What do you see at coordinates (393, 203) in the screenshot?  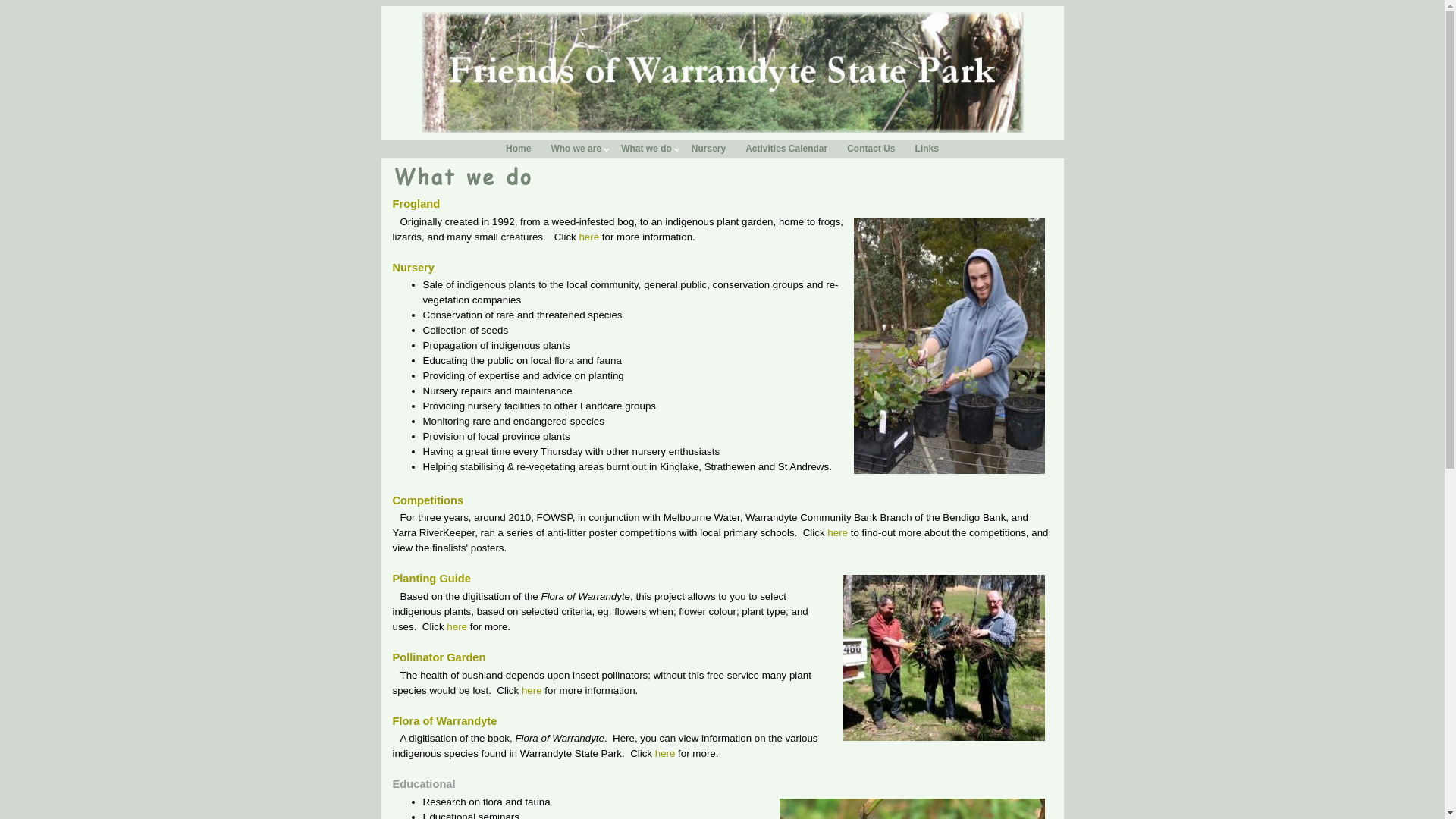 I see `'Frogland'` at bounding box center [393, 203].